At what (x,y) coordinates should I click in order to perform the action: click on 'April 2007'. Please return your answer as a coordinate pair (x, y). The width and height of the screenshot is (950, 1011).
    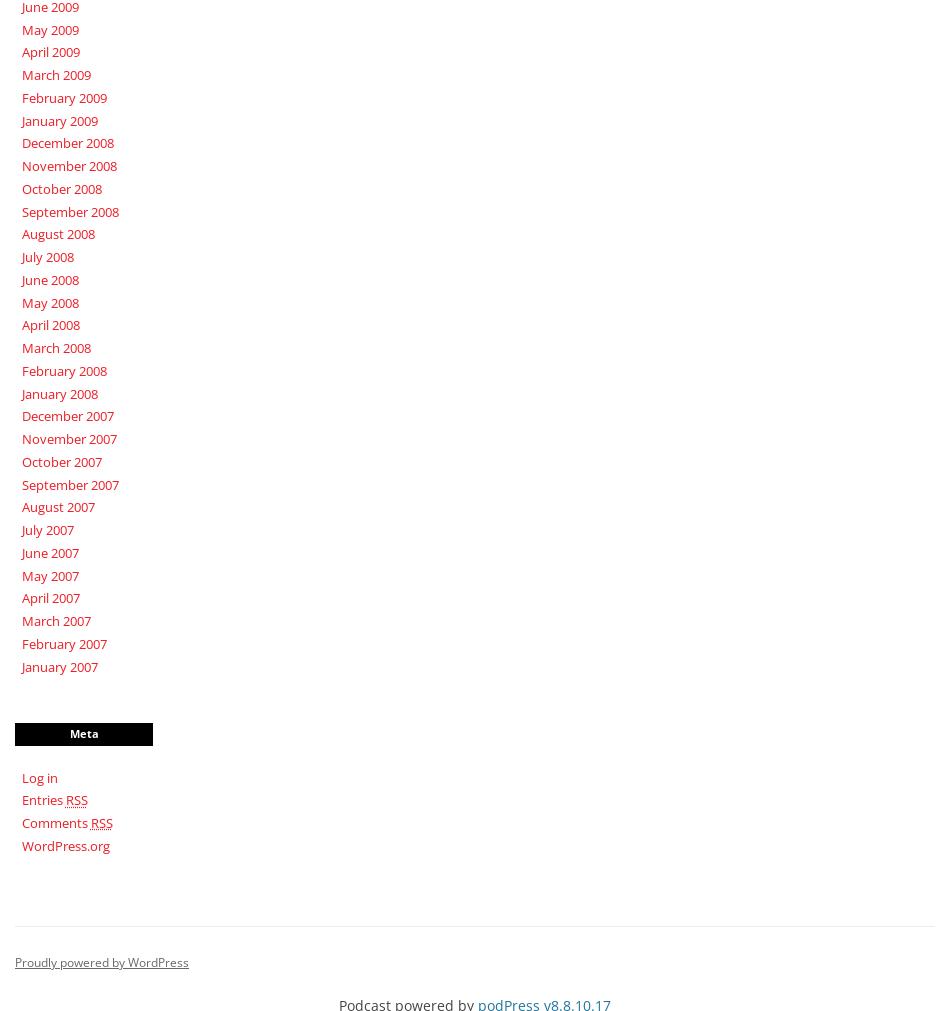
    Looking at the image, I should click on (49, 598).